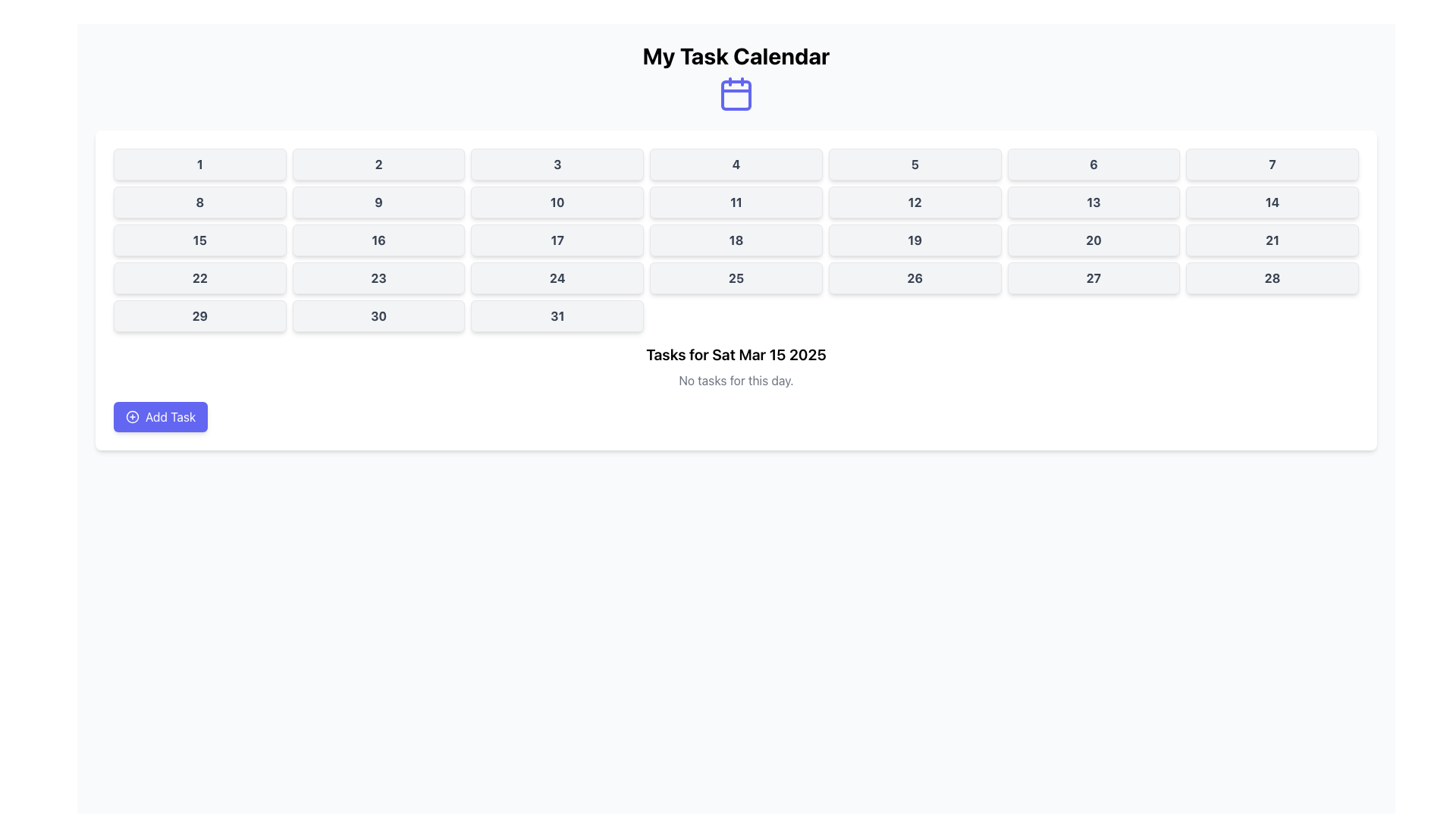 This screenshot has height=819, width=1456. What do you see at coordinates (736, 239) in the screenshot?
I see `the button displaying the number '18' in bold, center-aligned, dark gray font` at bounding box center [736, 239].